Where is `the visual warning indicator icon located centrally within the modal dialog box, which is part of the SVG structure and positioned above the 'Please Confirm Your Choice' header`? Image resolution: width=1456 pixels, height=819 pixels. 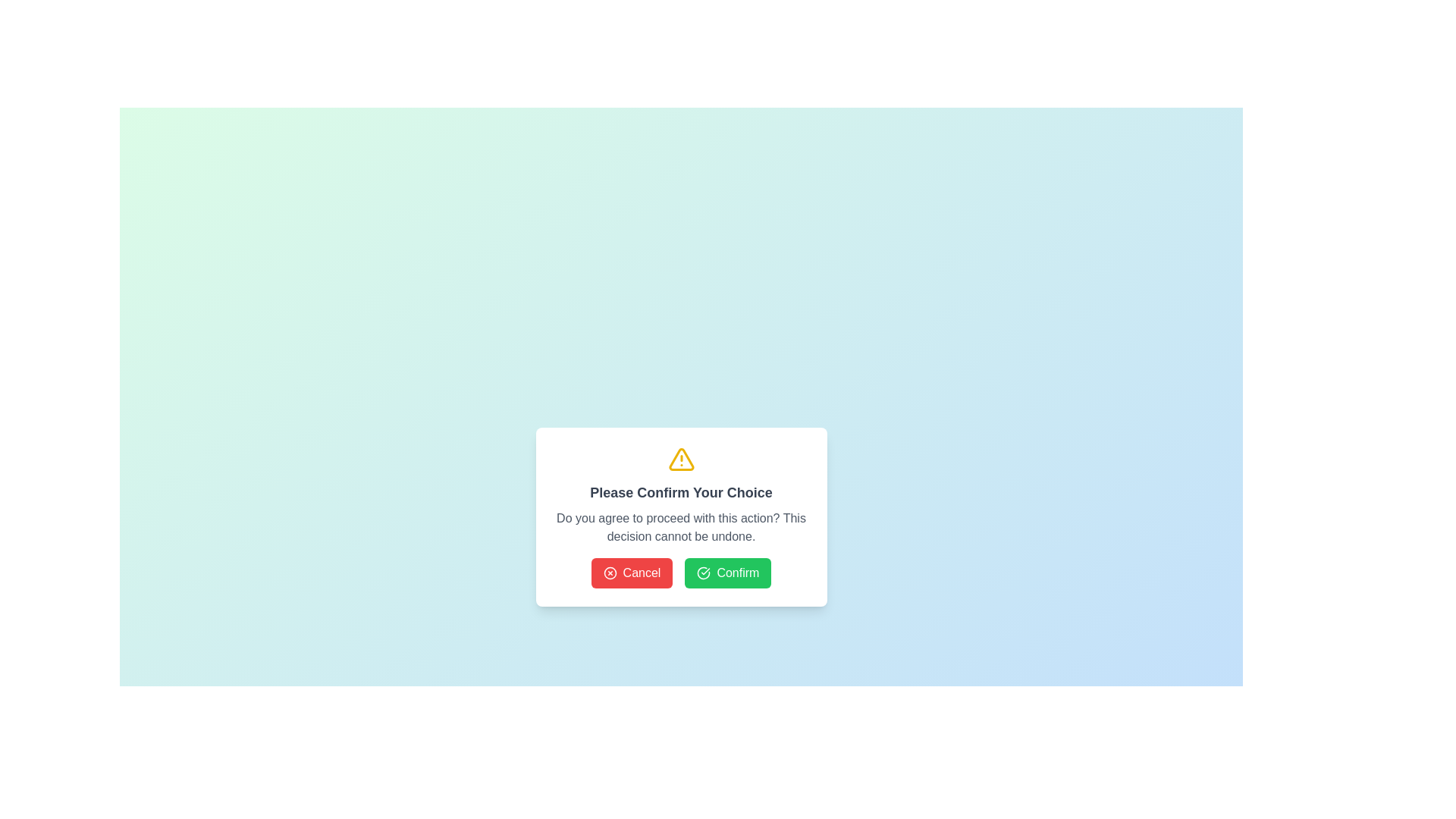
the visual warning indicator icon located centrally within the modal dialog box, which is part of the SVG structure and positioned above the 'Please Confirm Your Choice' header is located at coordinates (680, 458).